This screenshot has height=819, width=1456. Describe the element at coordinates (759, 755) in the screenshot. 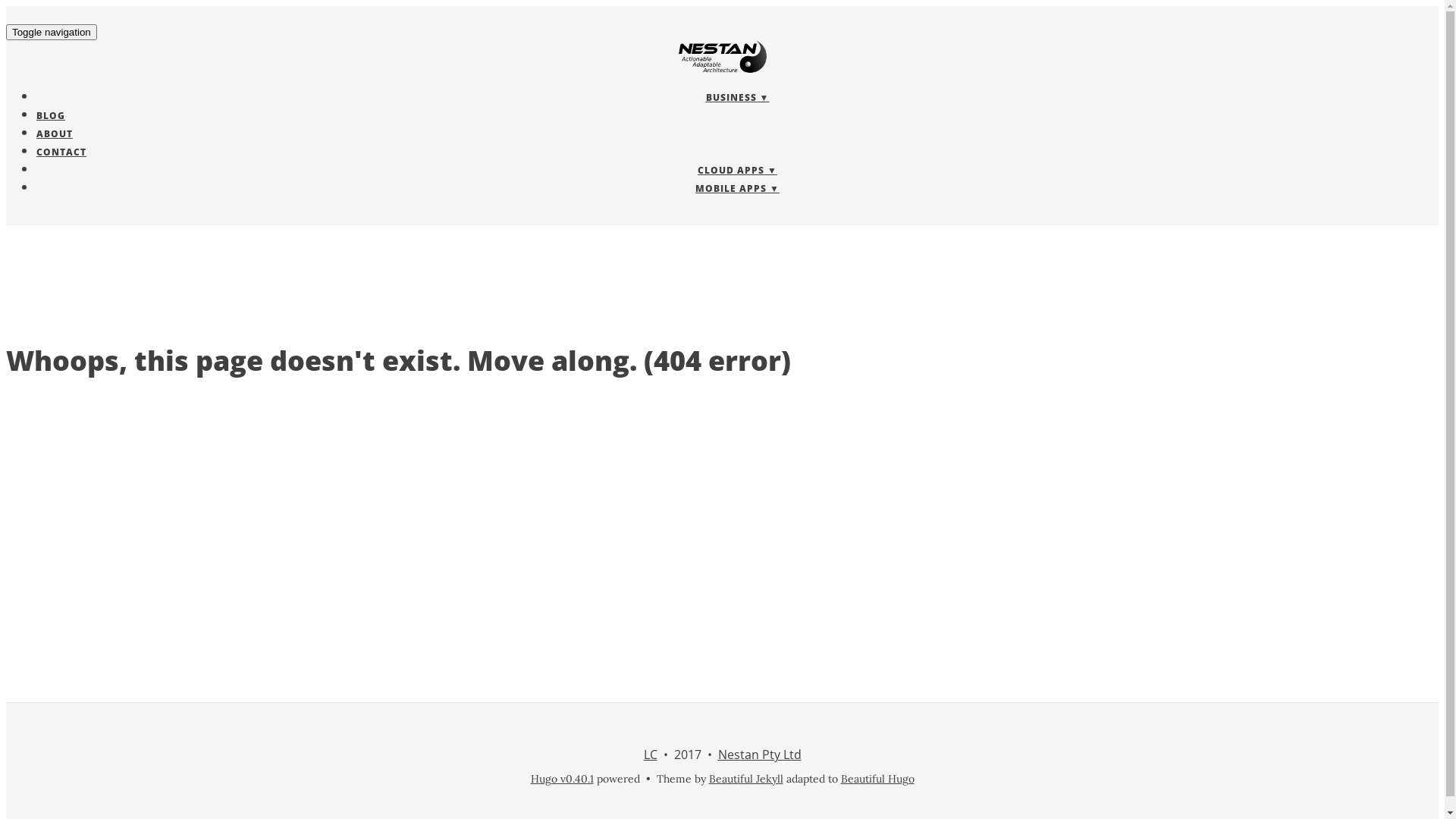

I see `'Nestan Pty Ltd'` at that location.